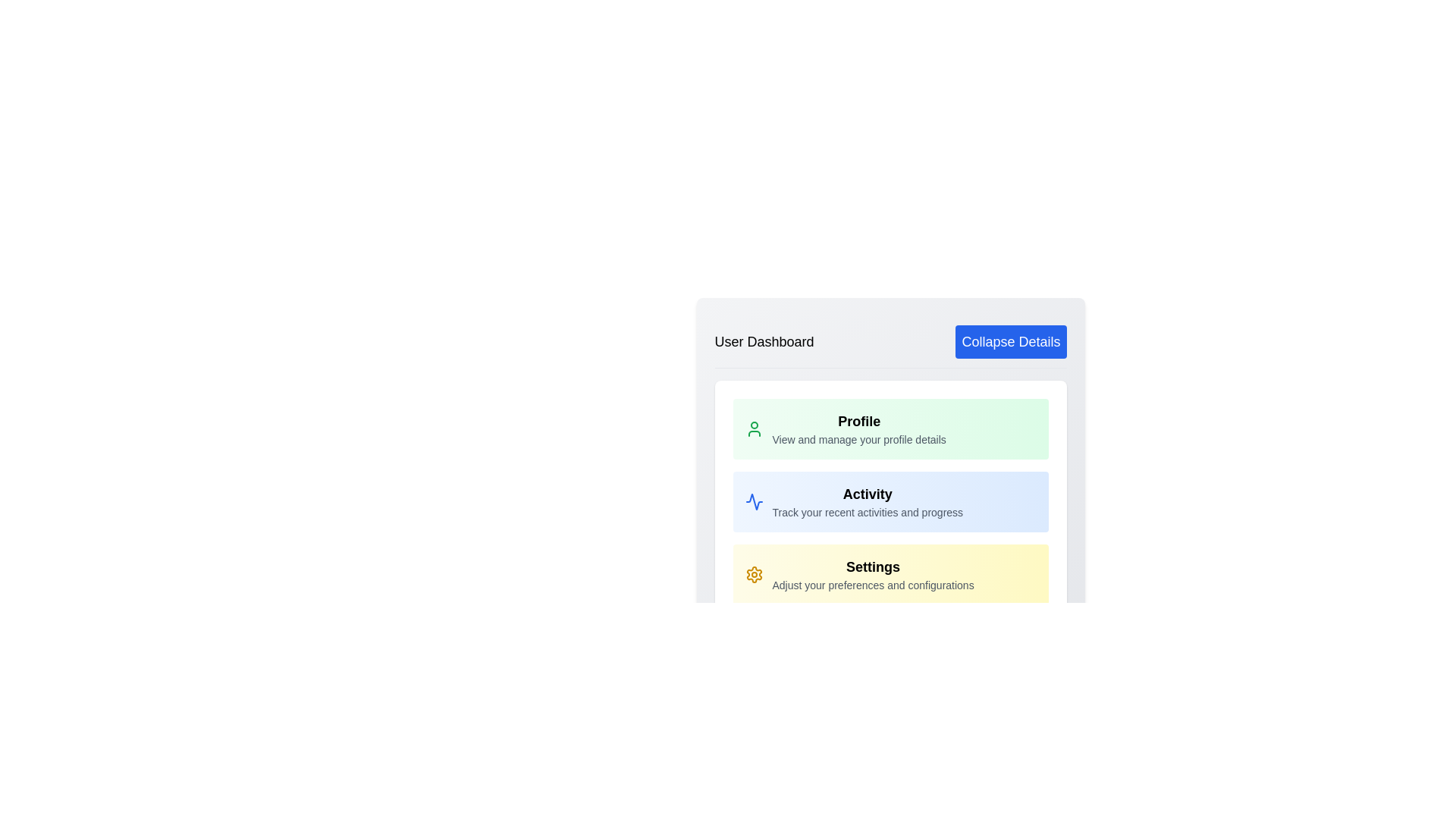 This screenshot has height=819, width=1456. I want to click on the 'Activity' button in the user dashboard, so click(890, 502).